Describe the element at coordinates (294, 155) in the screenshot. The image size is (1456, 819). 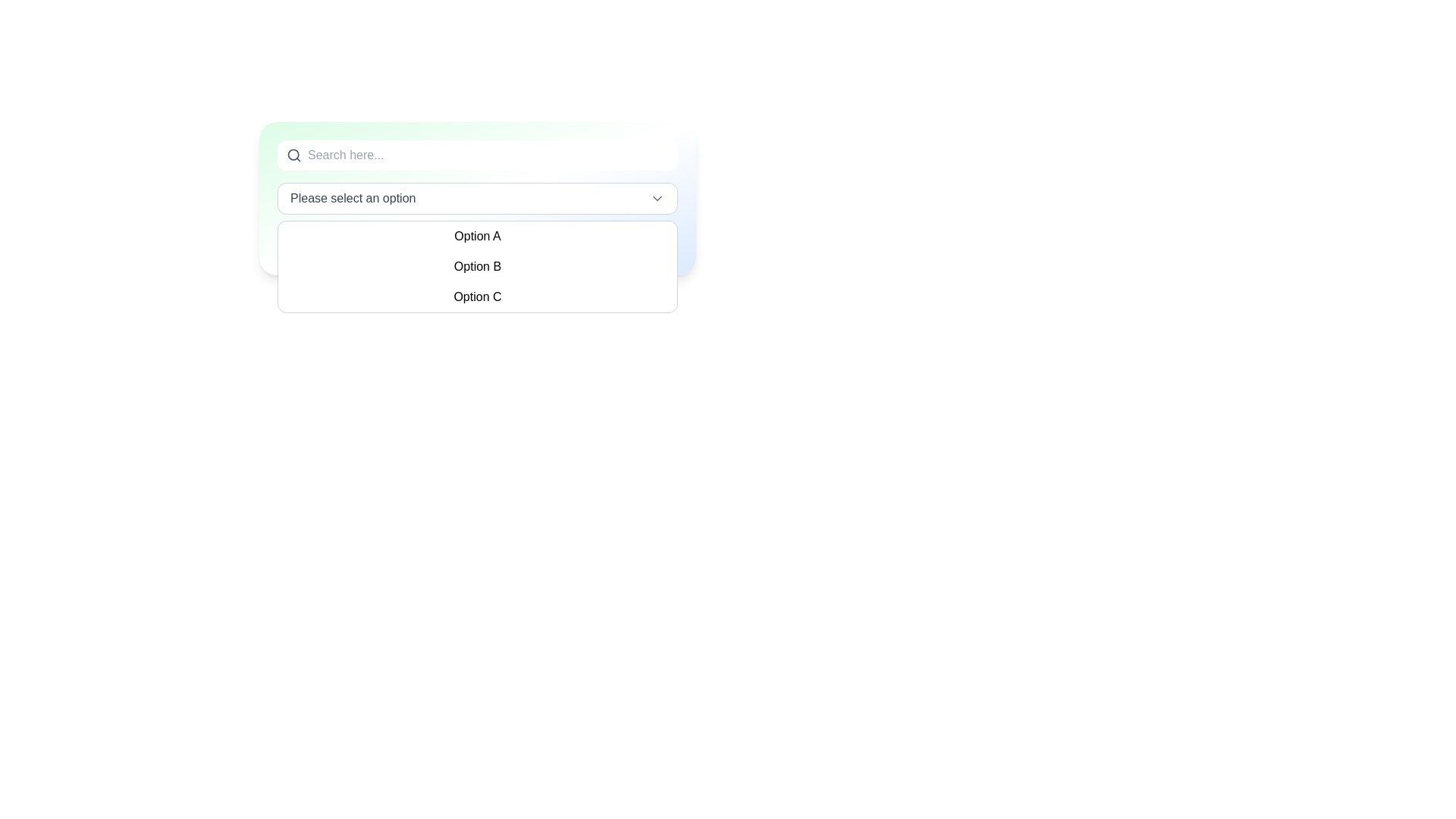
I see `the magnifying glass icon that indicates the search function, located to the left of the search input field` at that location.